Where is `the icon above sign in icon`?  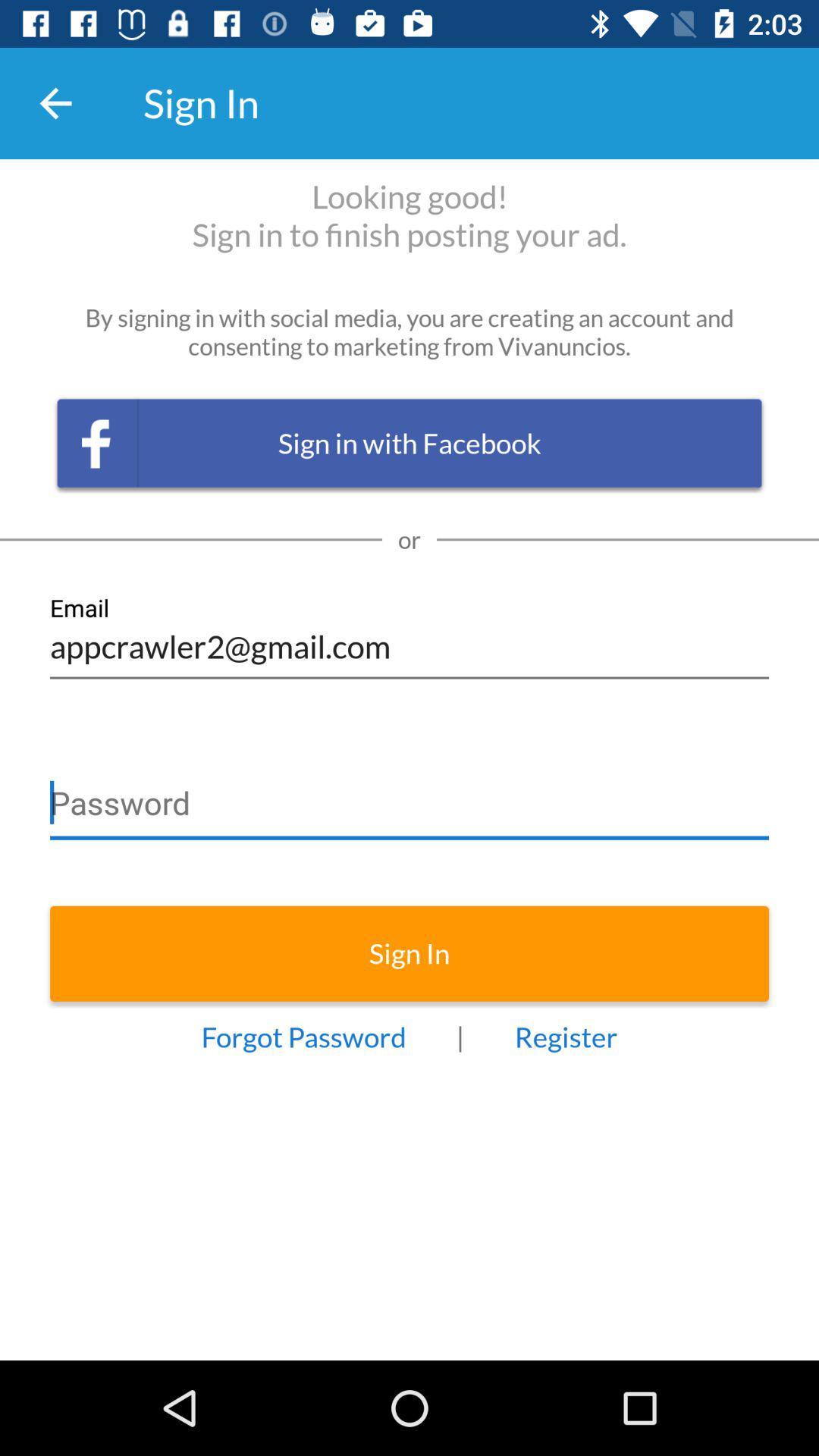
the icon above sign in icon is located at coordinates (409, 795).